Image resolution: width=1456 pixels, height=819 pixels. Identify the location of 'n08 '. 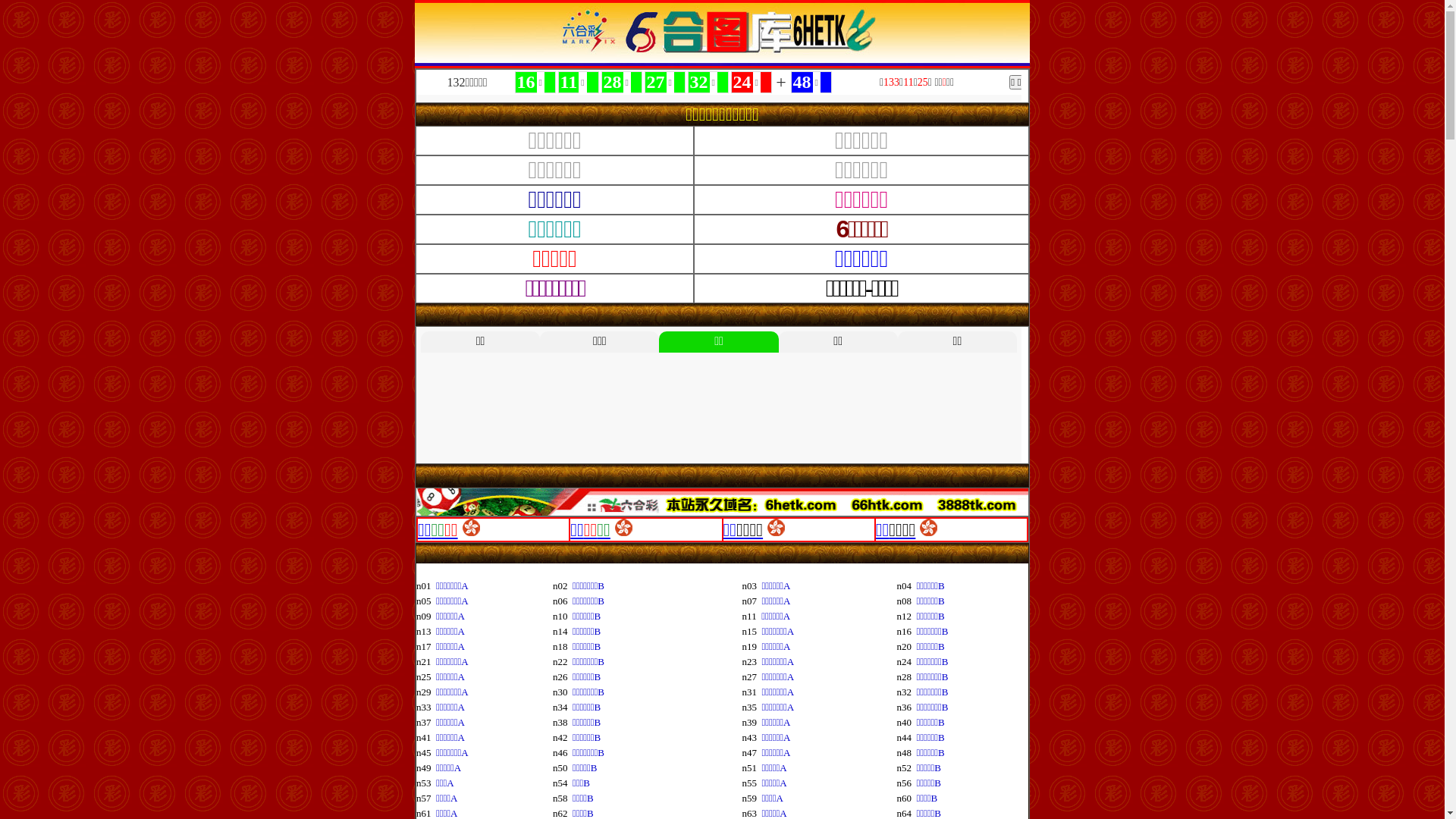
(906, 600).